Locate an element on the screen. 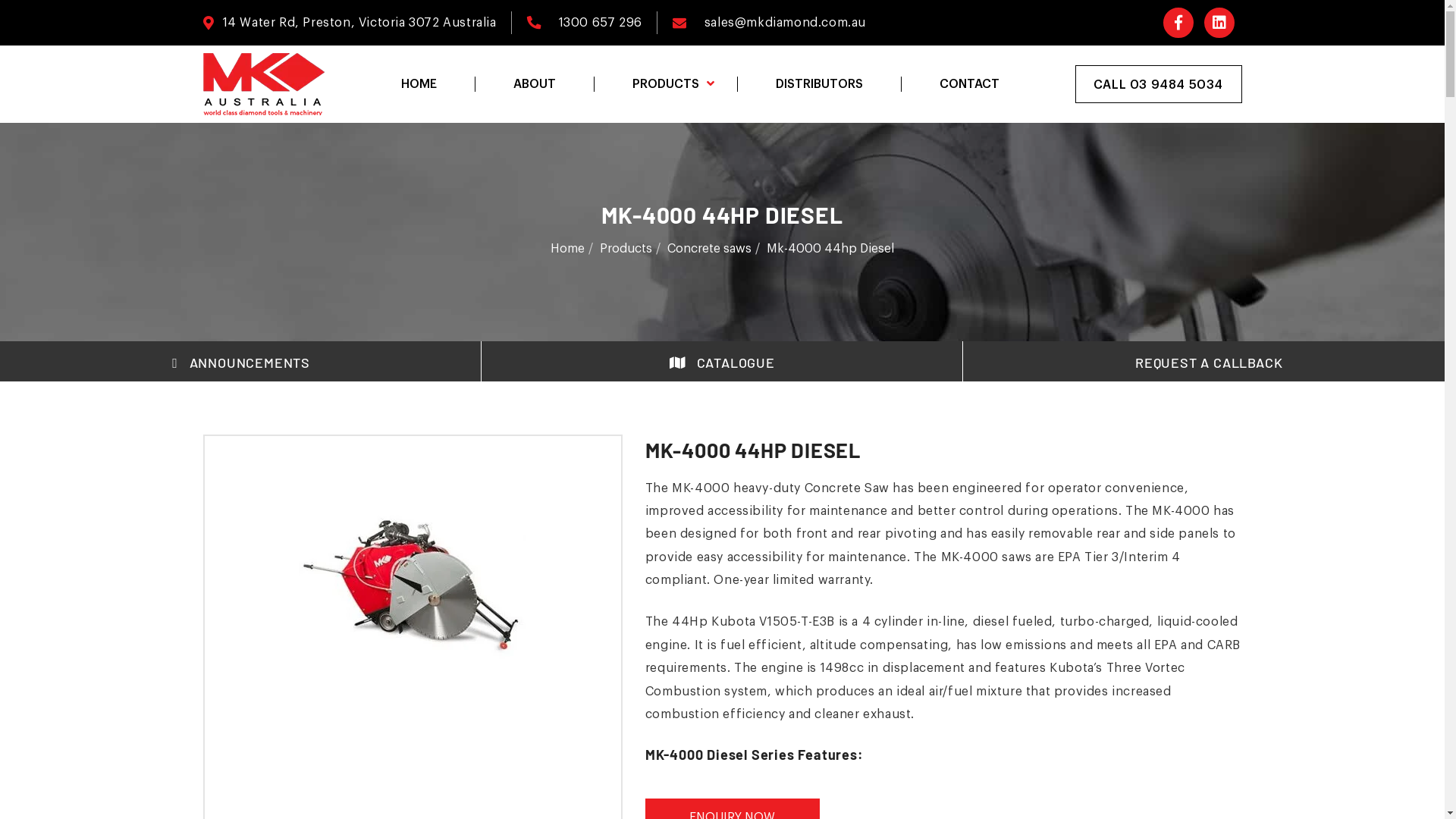 The image size is (1456, 819). 'ABOUT' is located at coordinates (473, 84).